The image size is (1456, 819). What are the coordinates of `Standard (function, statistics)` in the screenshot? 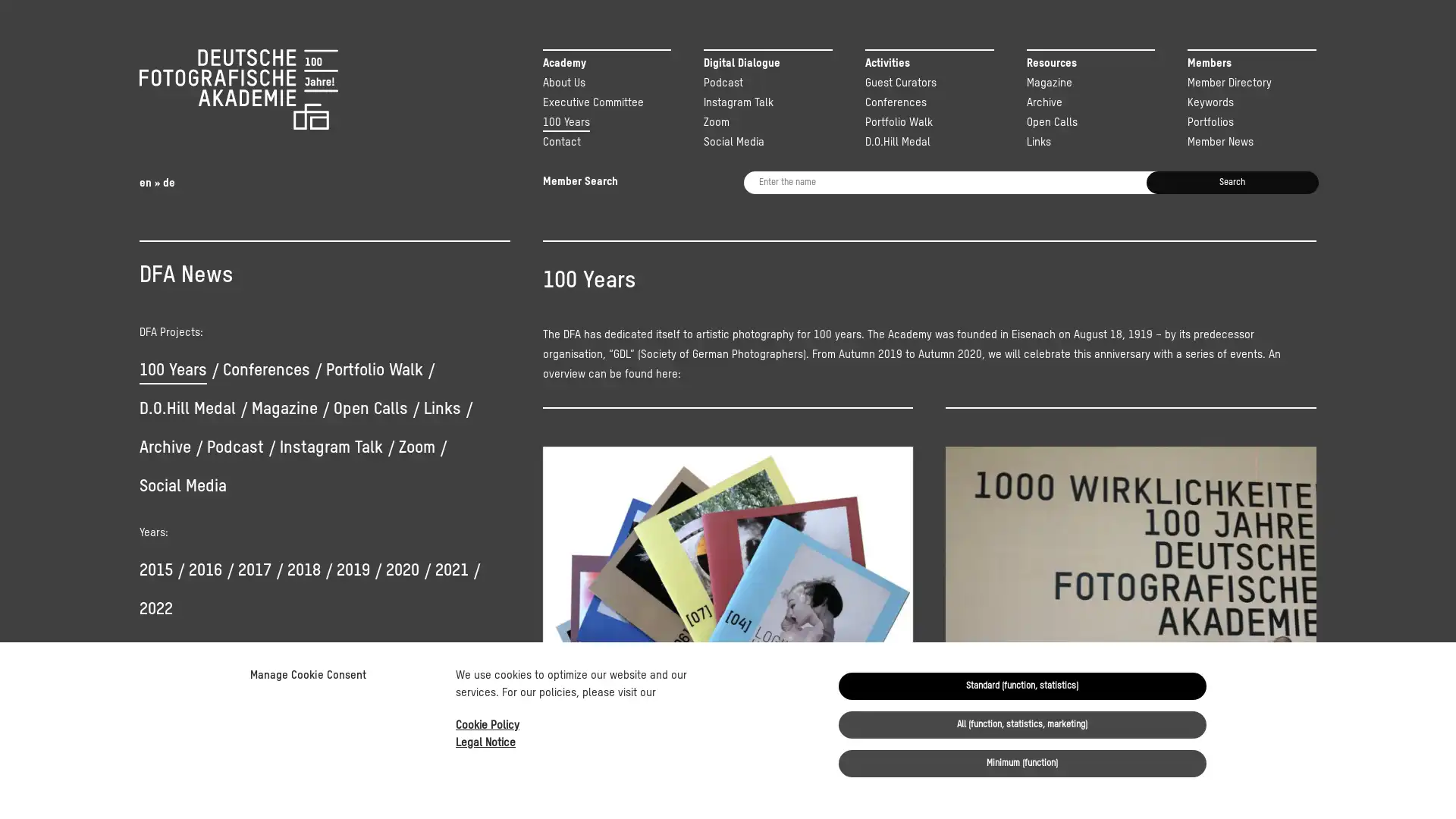 It's located at (1021, 686).